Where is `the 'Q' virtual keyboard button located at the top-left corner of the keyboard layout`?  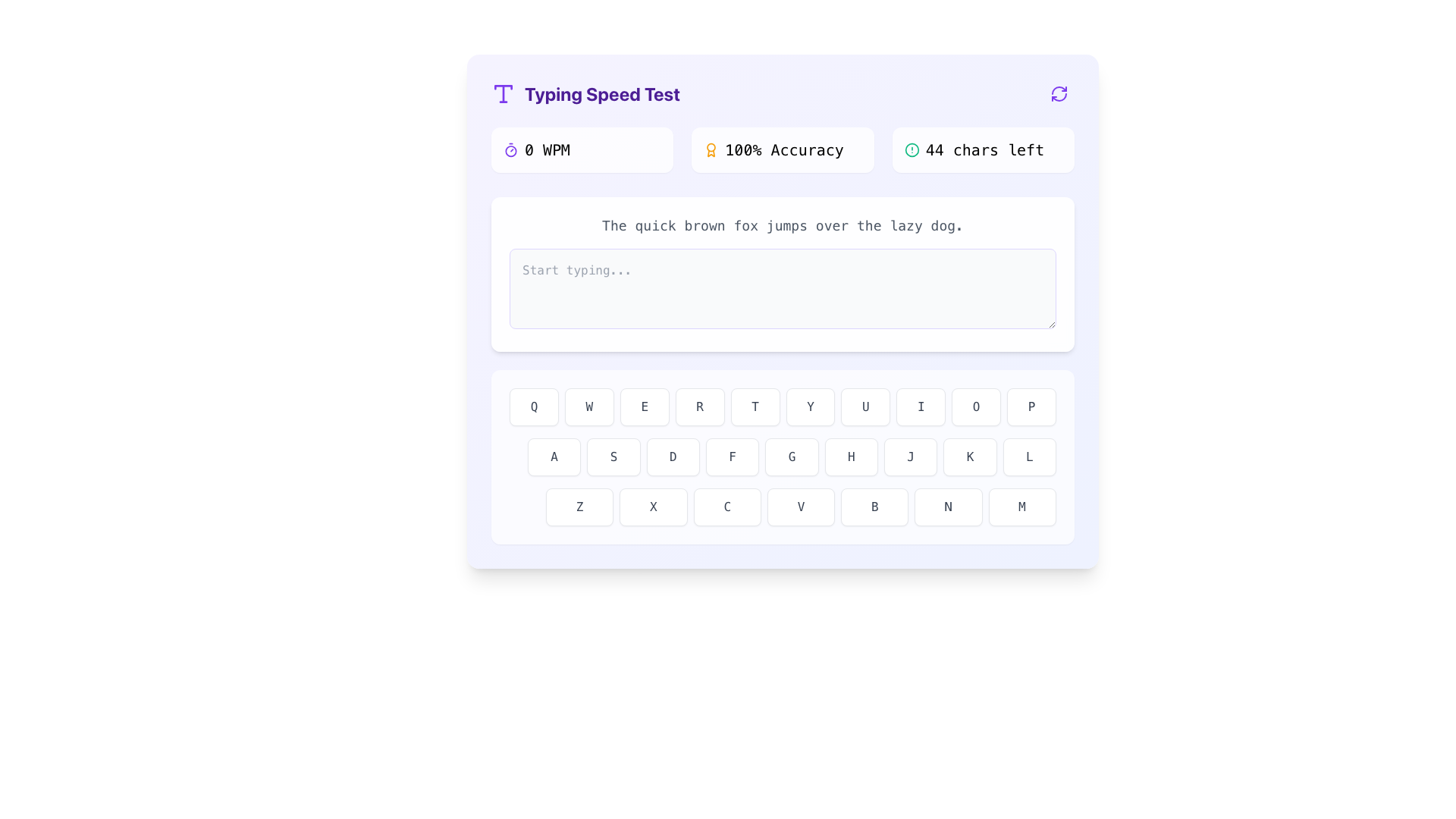 the 'Q' virtual keyboard button located at the top-left corner of the keyboard layout is located at coordinates (534, 406).